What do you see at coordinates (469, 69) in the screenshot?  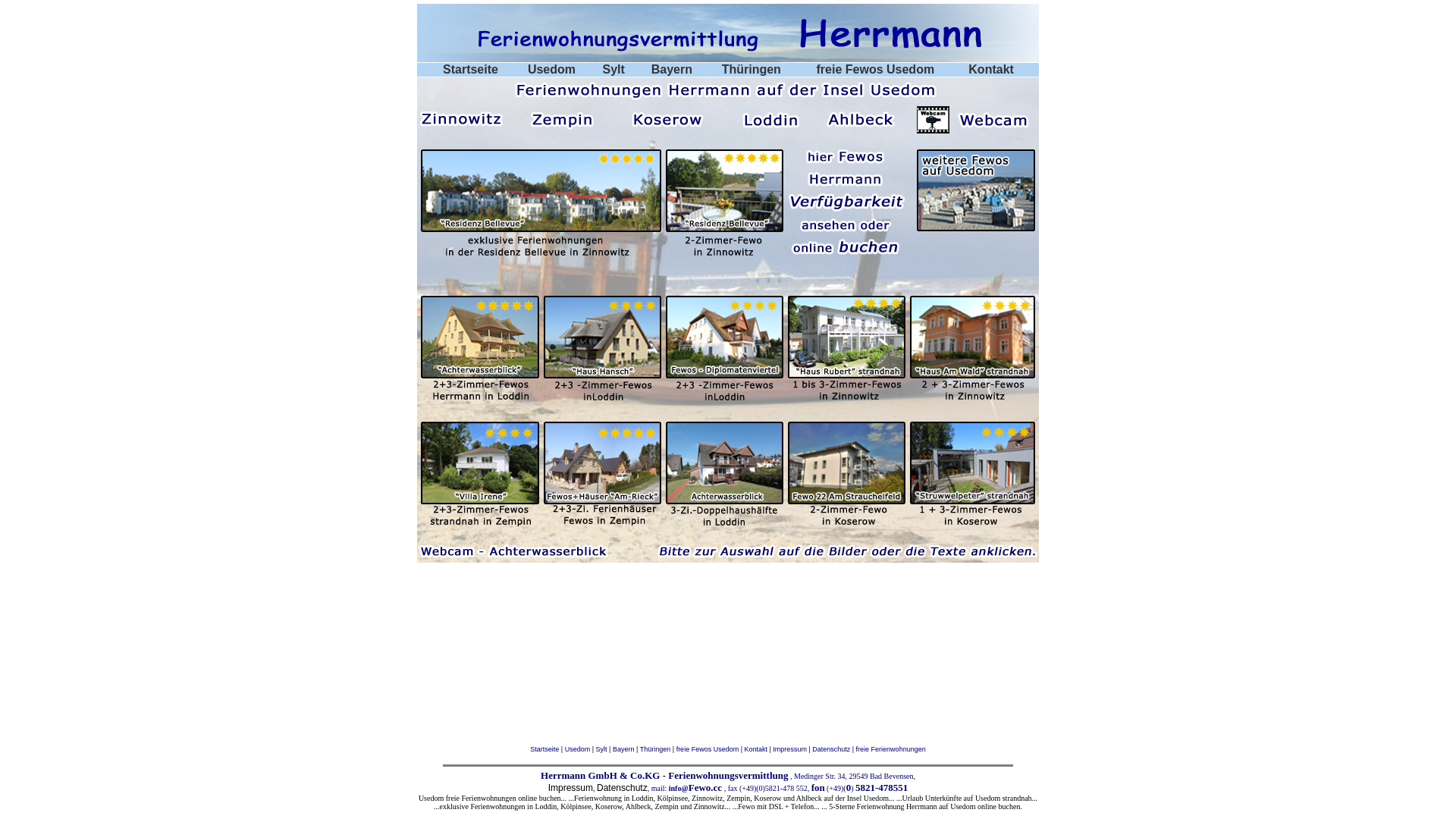 I see `'Startseite'` at bounding box center [469, 69].